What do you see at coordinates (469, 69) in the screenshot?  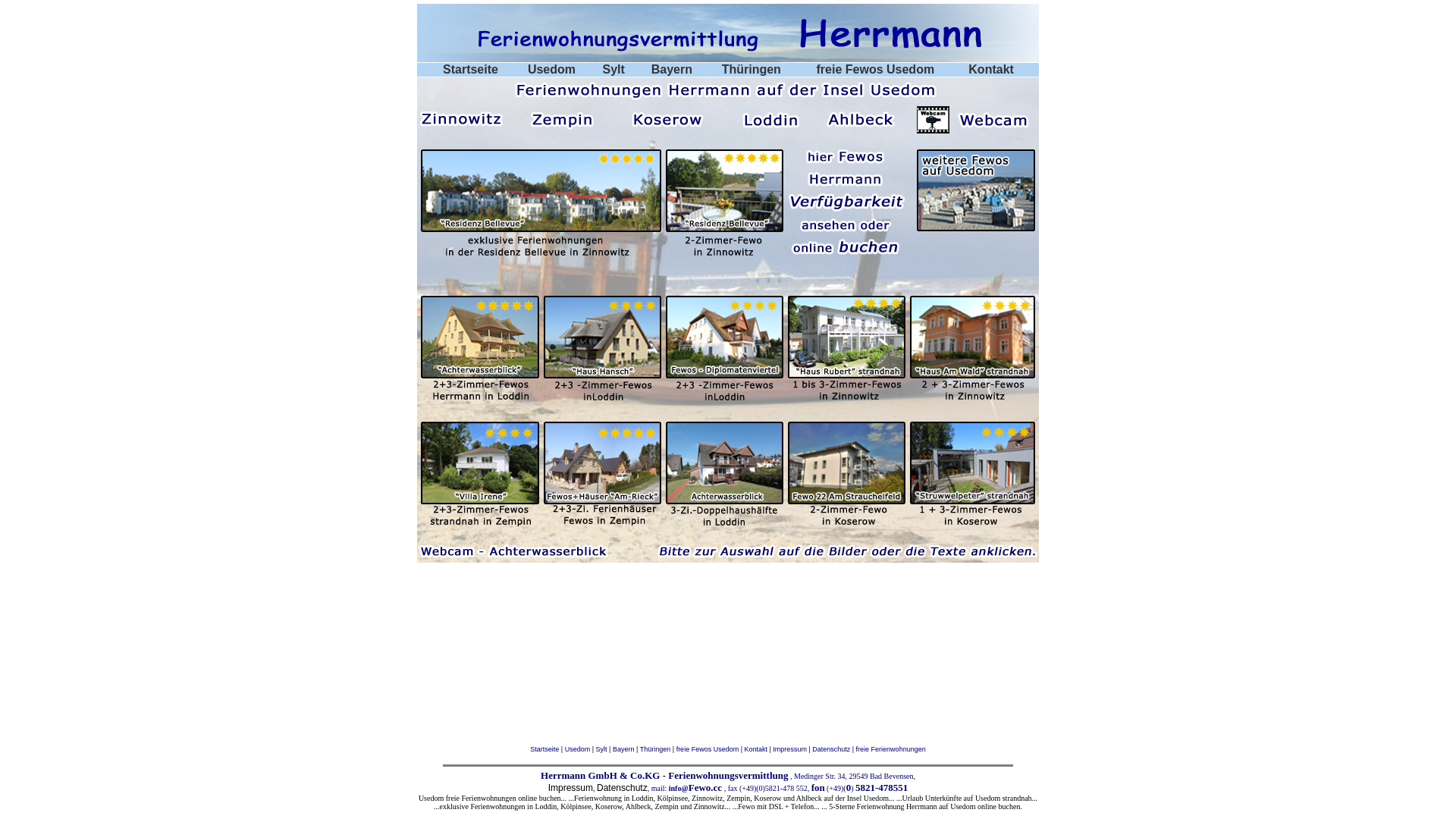 I see `'Startseite'` at bounding box center [469, 69].